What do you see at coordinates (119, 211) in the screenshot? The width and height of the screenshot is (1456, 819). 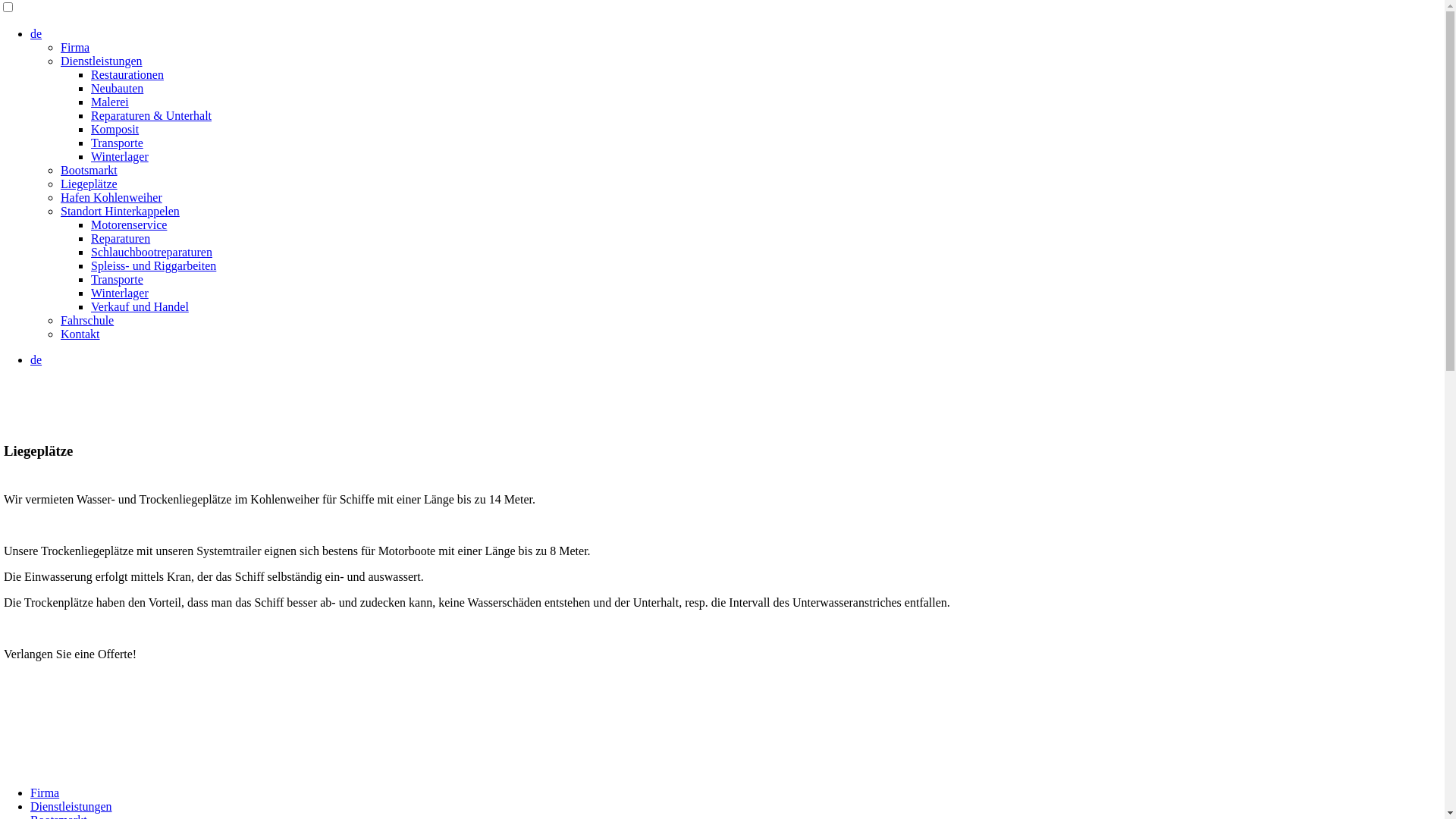 I see `'Standort Hinterkappelen'` at bounding box center [119, 211].